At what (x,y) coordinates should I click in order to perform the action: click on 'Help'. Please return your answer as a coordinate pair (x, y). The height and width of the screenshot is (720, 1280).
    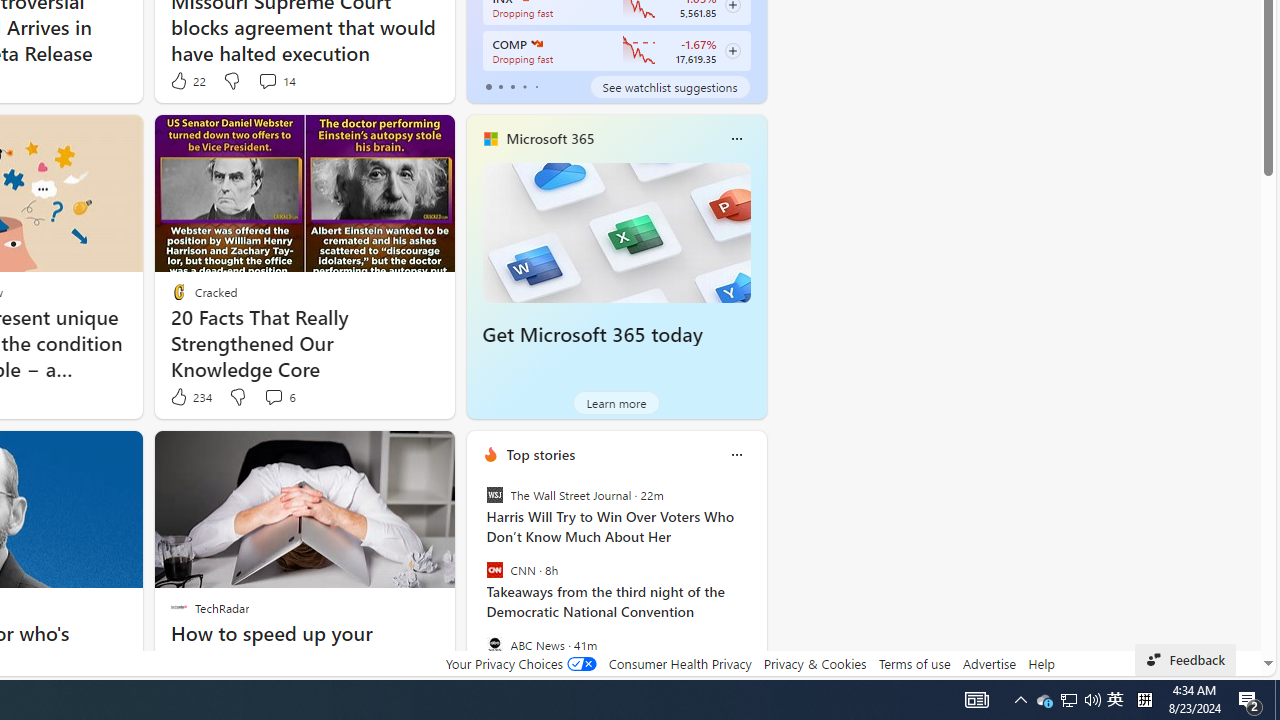
    Looking at the image, I should click on (1040, 663).